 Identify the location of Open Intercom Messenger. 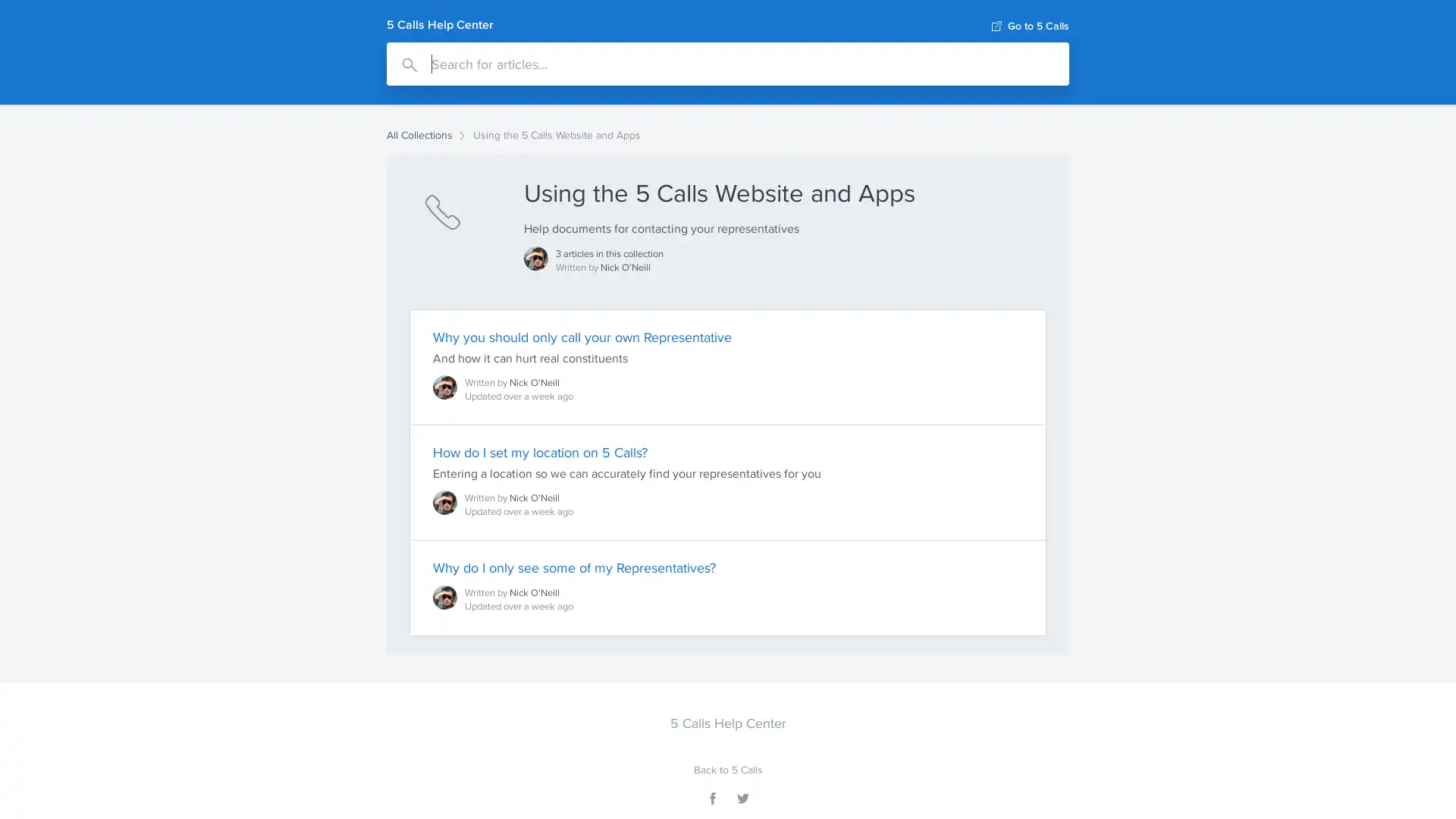
(1417, 780).